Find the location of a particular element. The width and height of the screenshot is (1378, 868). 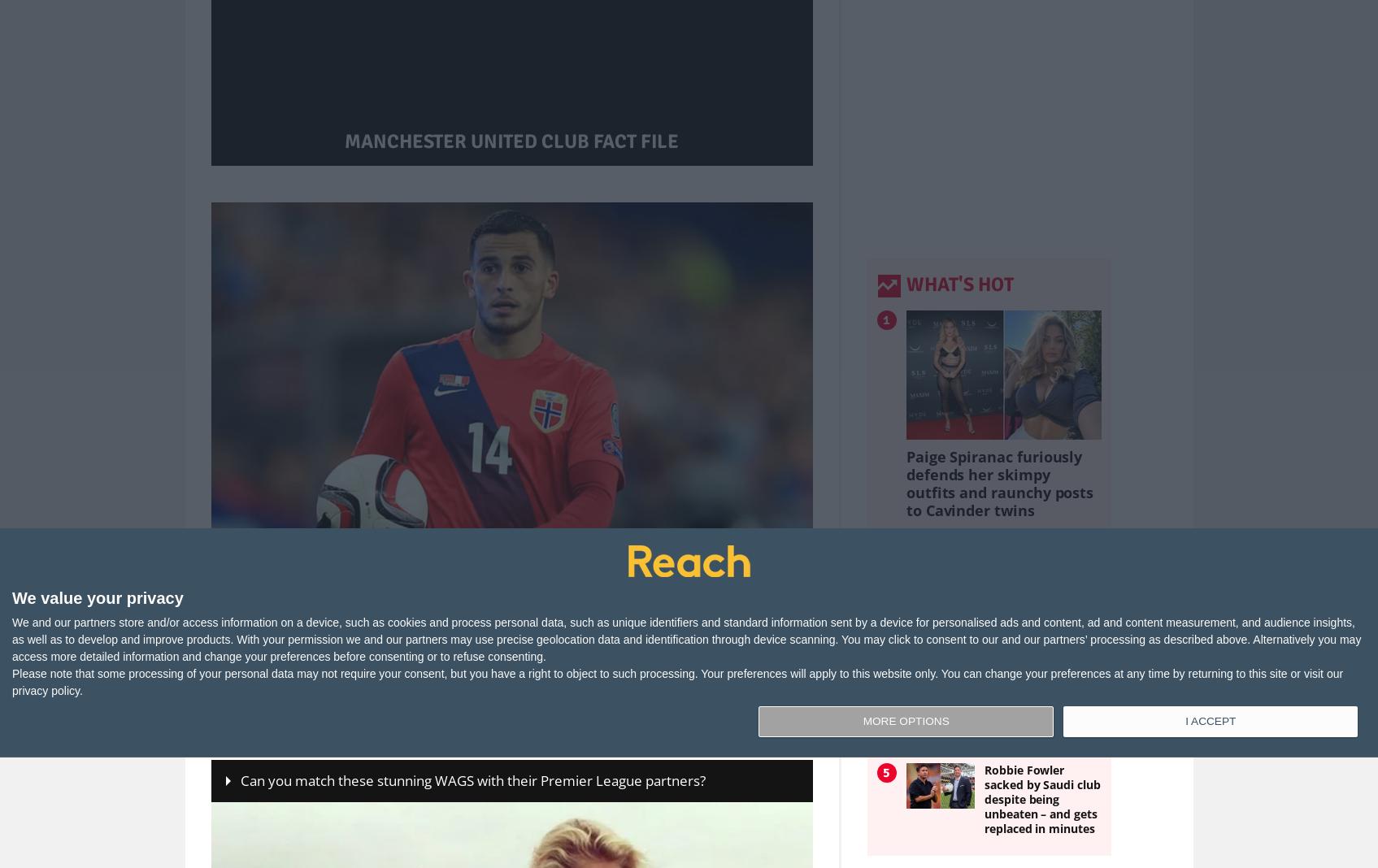

'Or by navigating to the user icon in the top right.' is located at coordinates (684, 695).